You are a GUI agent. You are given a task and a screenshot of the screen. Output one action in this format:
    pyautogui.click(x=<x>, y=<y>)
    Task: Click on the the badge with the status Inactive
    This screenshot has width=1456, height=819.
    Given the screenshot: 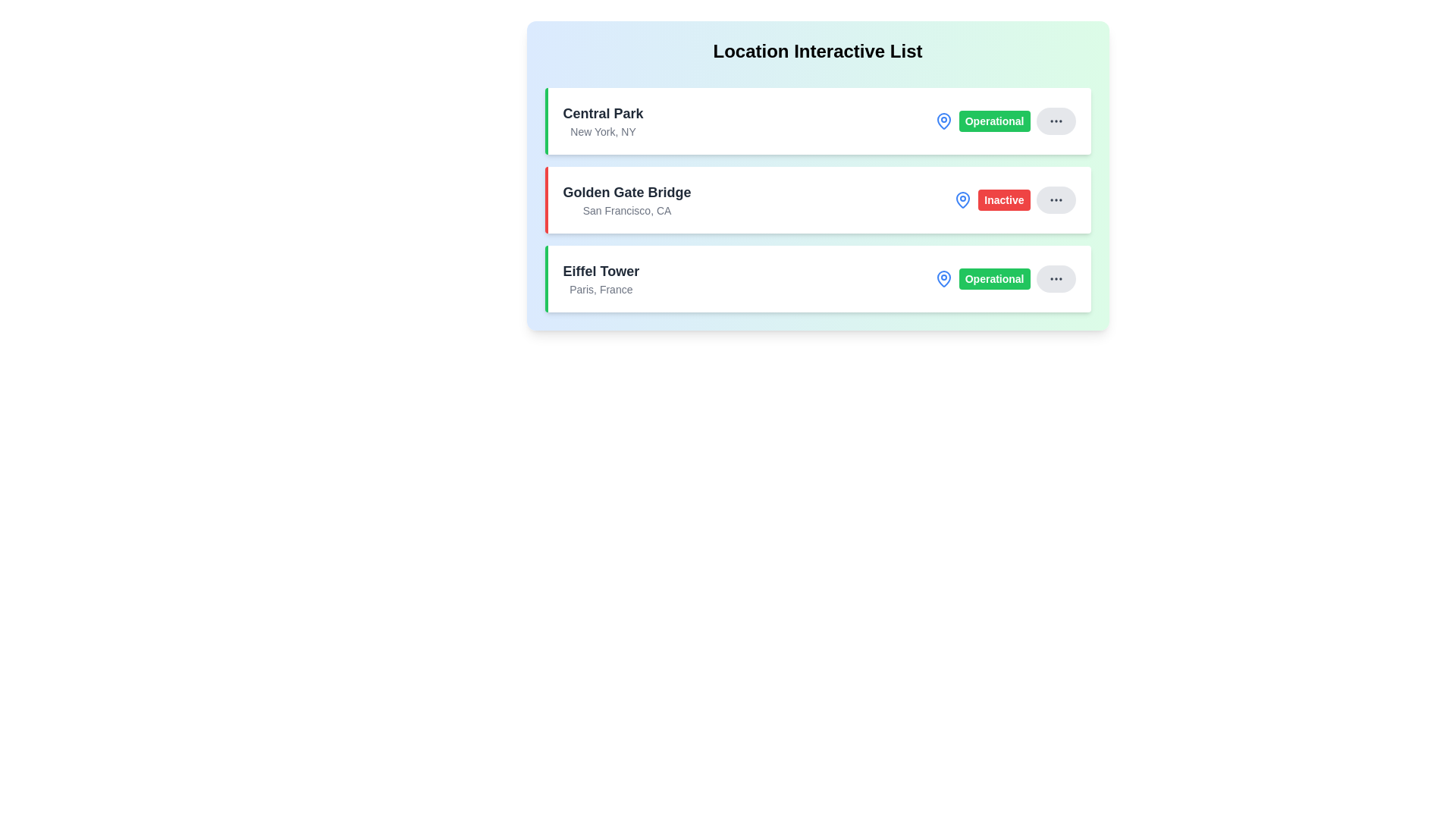 What is the action you would take?
    pyautogui.click(x=1004, y=199)
    